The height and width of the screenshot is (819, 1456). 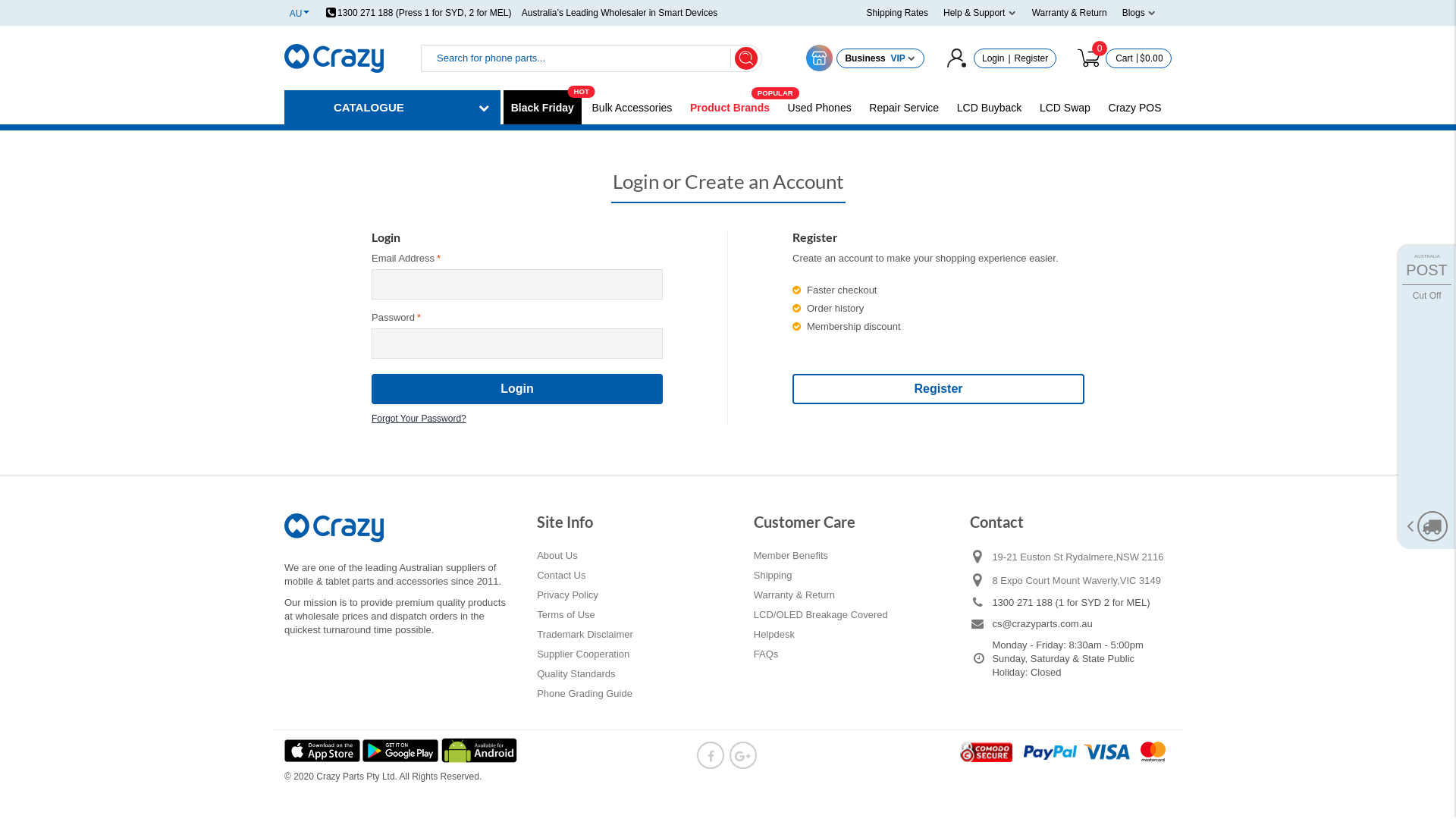 I want to click on 'Register', so click(x=937, y=388).